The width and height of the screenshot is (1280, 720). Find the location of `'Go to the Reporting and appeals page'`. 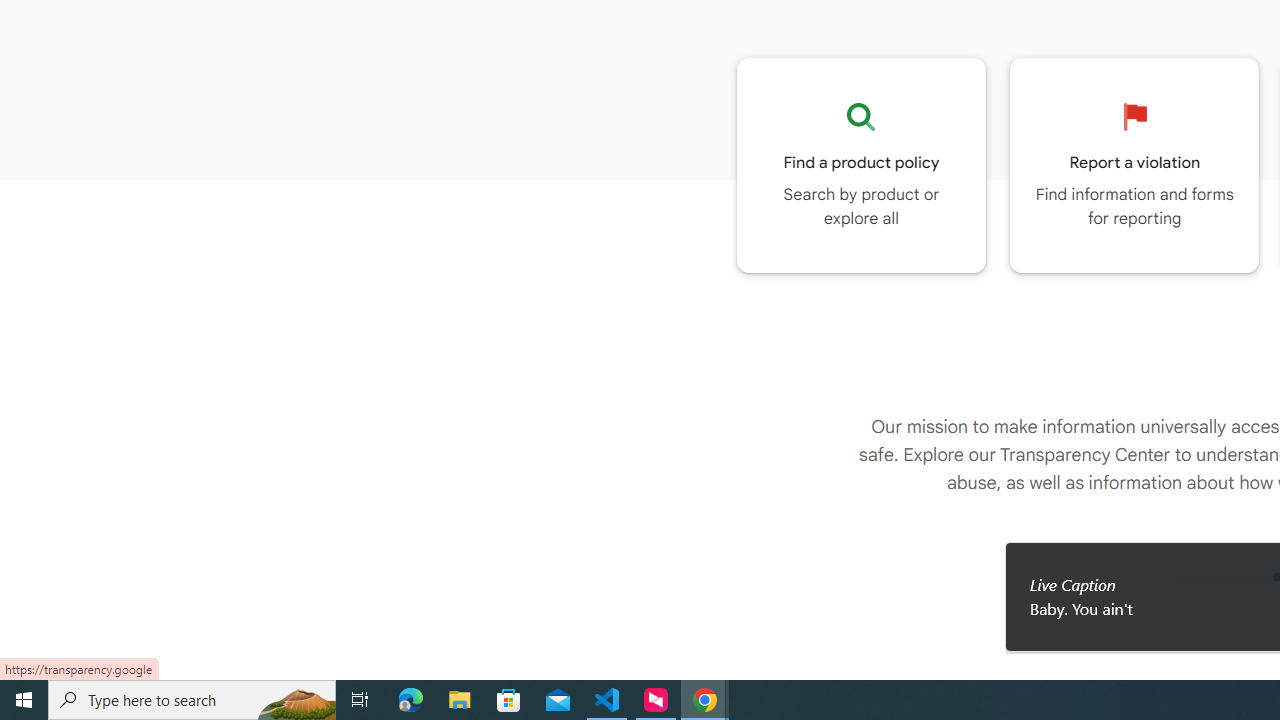

'Go to the Reporting and appeals page' is located at coordinates (1134, 164).